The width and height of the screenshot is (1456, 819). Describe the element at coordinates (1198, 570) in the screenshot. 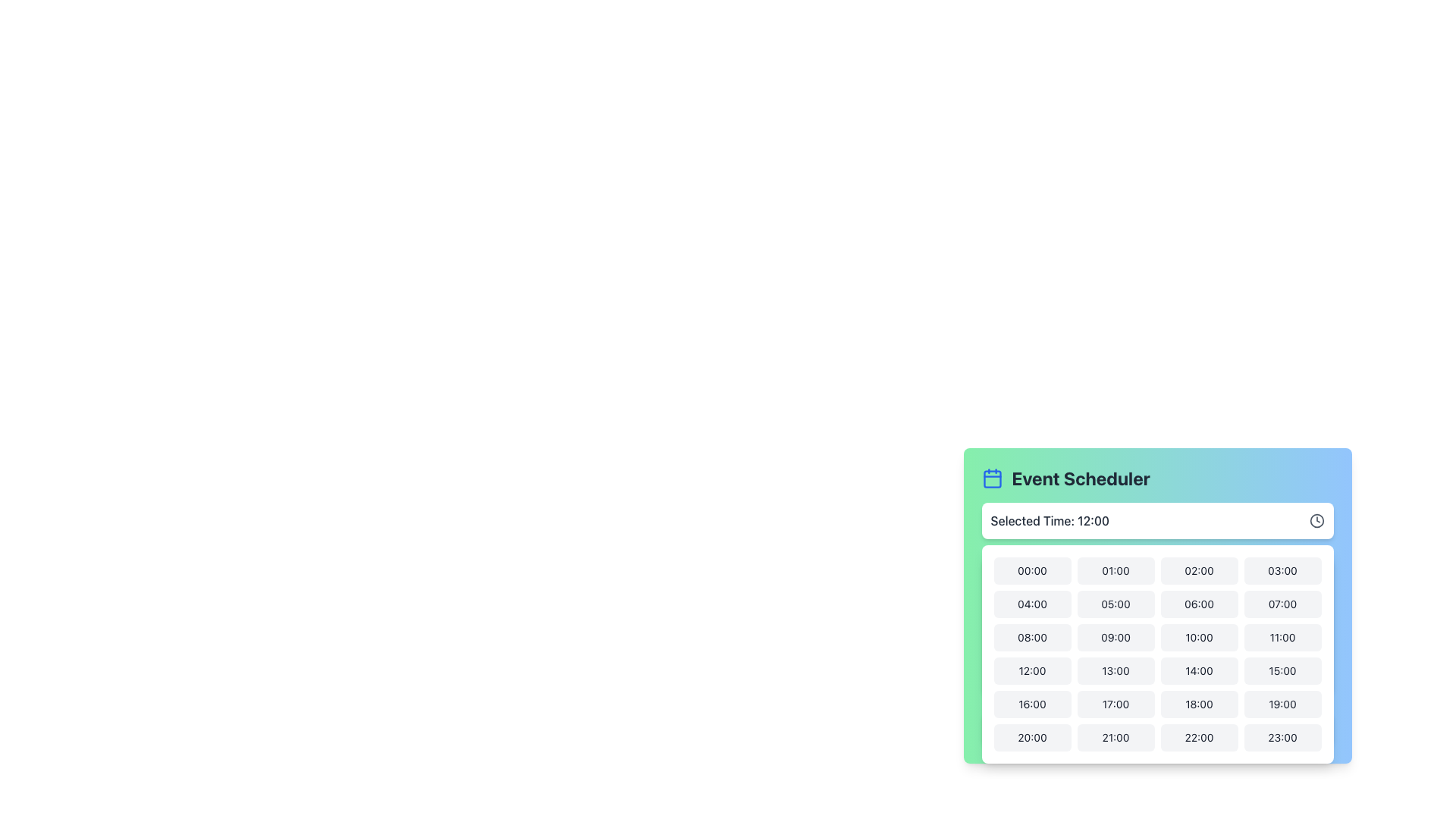

I see `the button labeled '02:00' using keyboard navigation` at that location.